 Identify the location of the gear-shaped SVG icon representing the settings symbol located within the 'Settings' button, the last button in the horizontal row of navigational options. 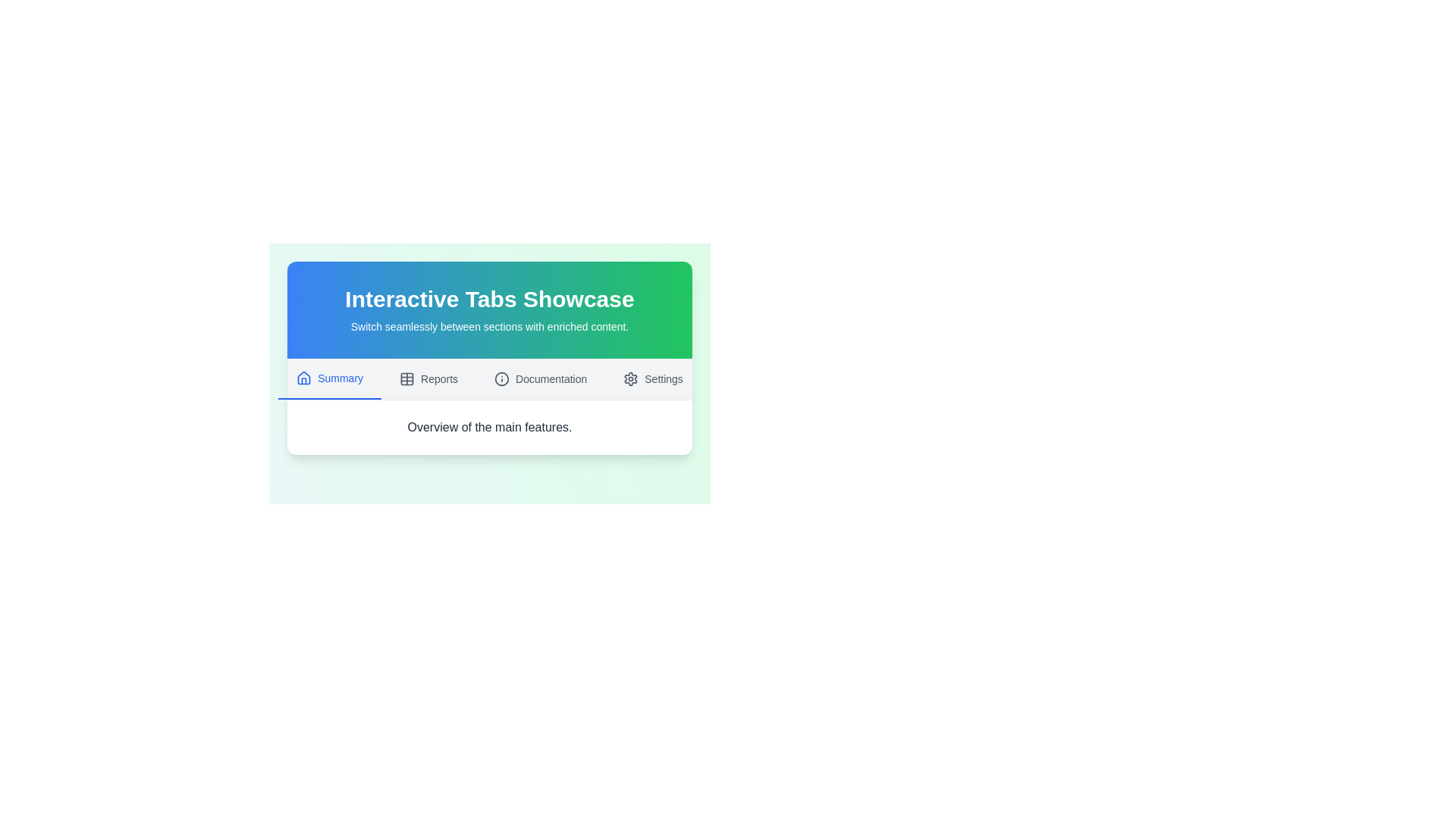
(630, 378).